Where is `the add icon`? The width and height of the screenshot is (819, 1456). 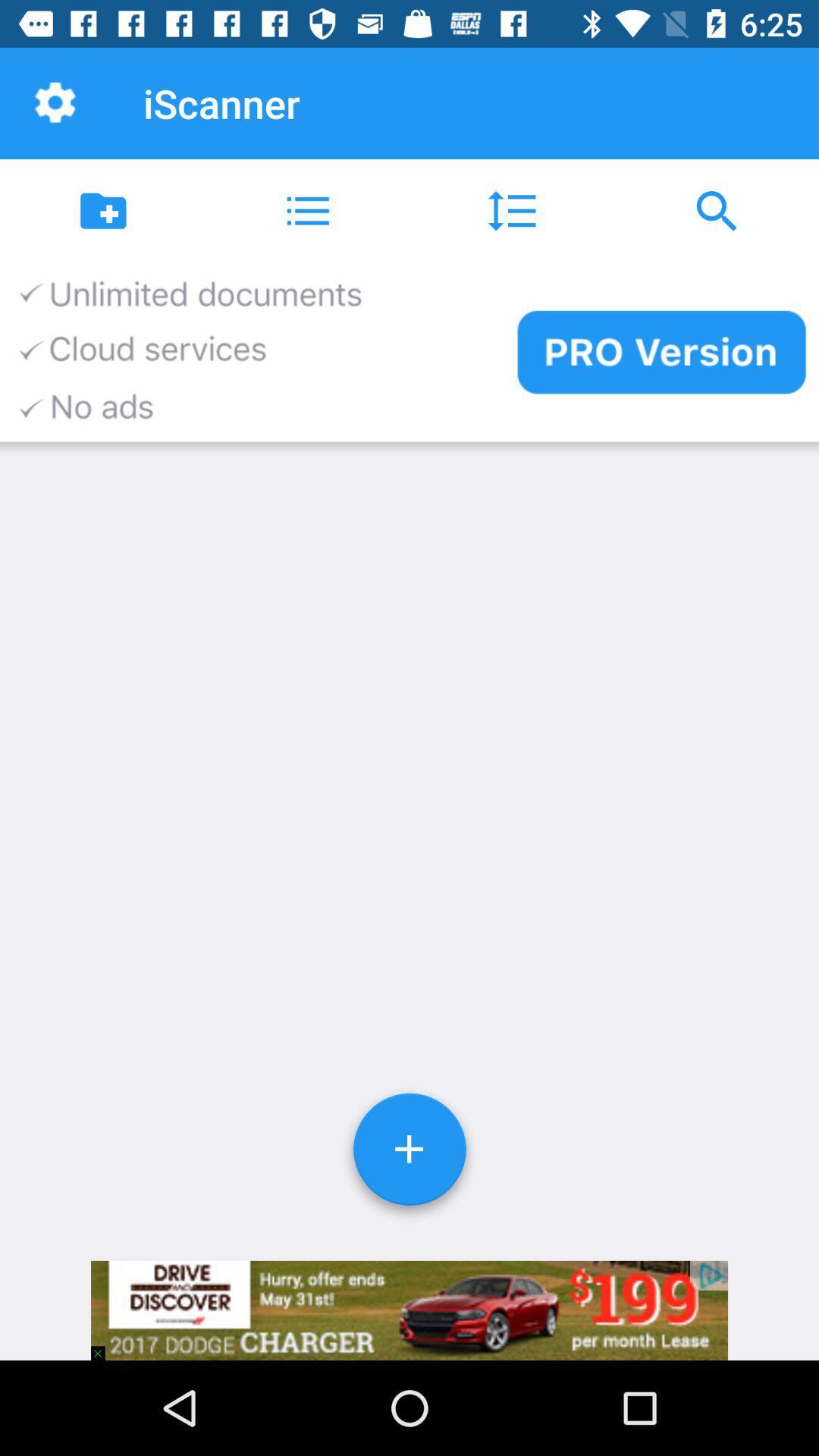 the add icon is located at coordinates (409, 1154).